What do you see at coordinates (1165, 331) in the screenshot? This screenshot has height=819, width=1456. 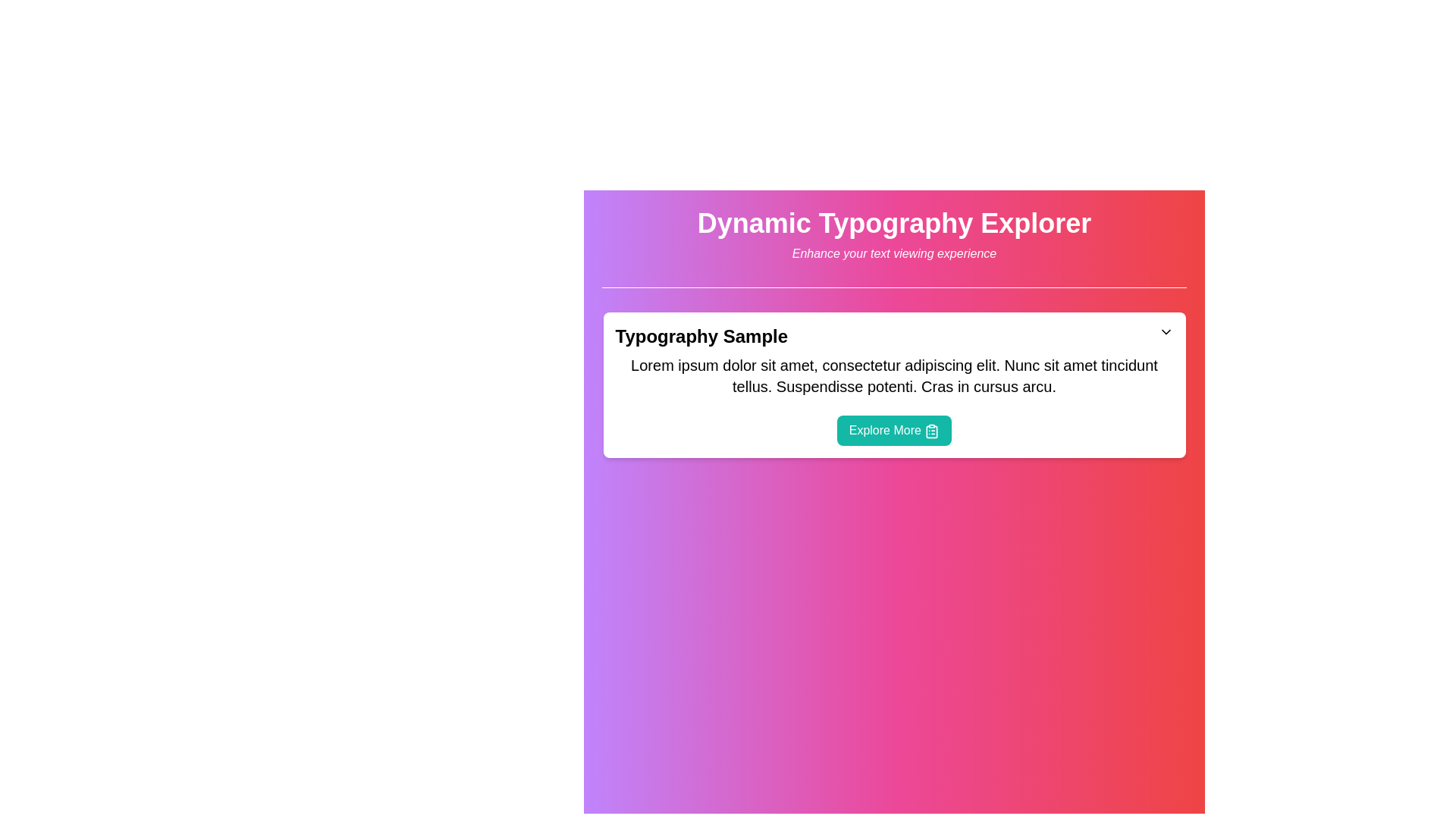 I see `the downward-pointing chevron icon located to the right of the header text 'Typography Sample' within the card, which indicates a dropdown or collapsible content toggle` at bounding box center [1165, 331].